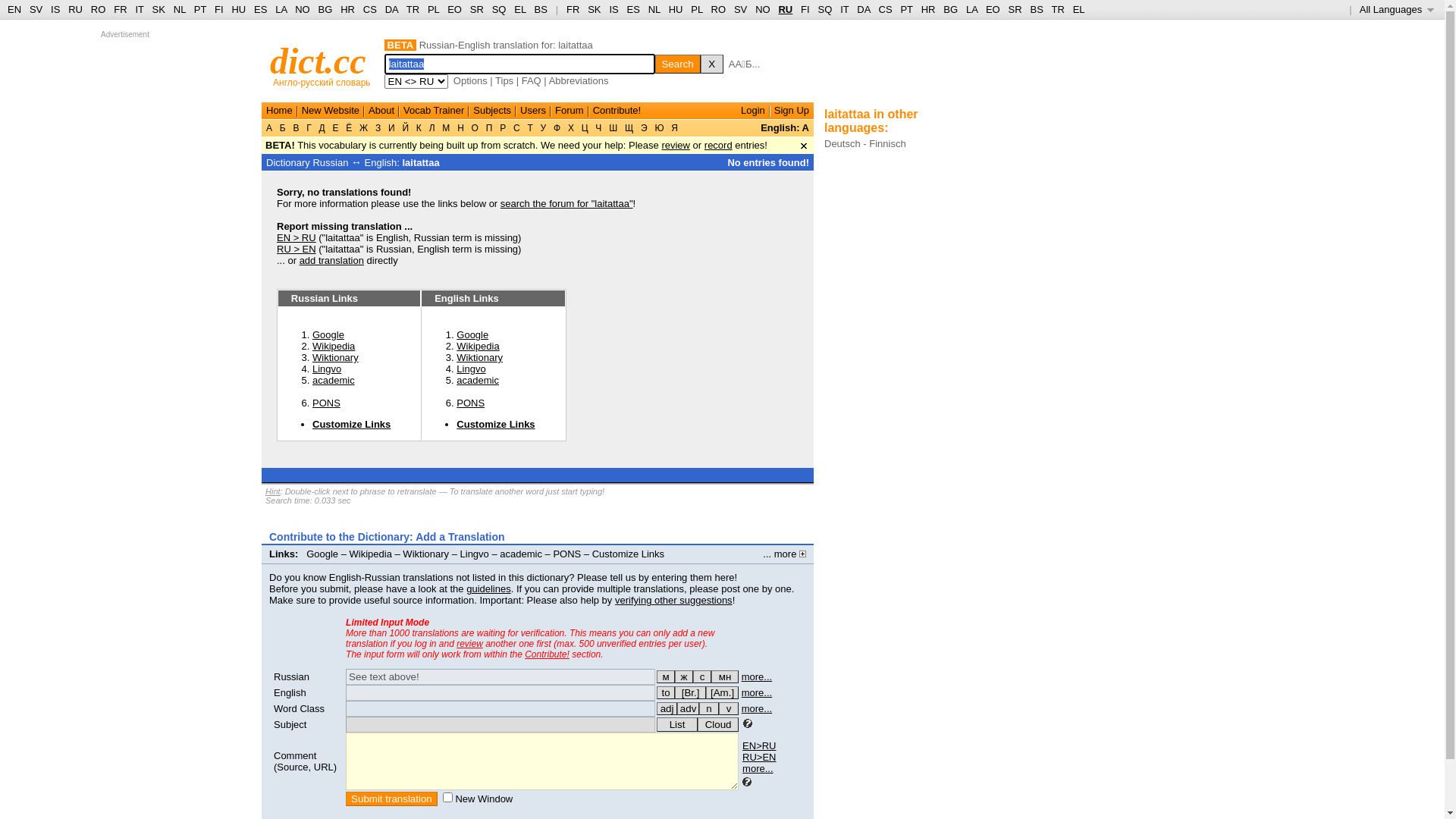  I want to click on 'Abbreviations', so click(578, 80).